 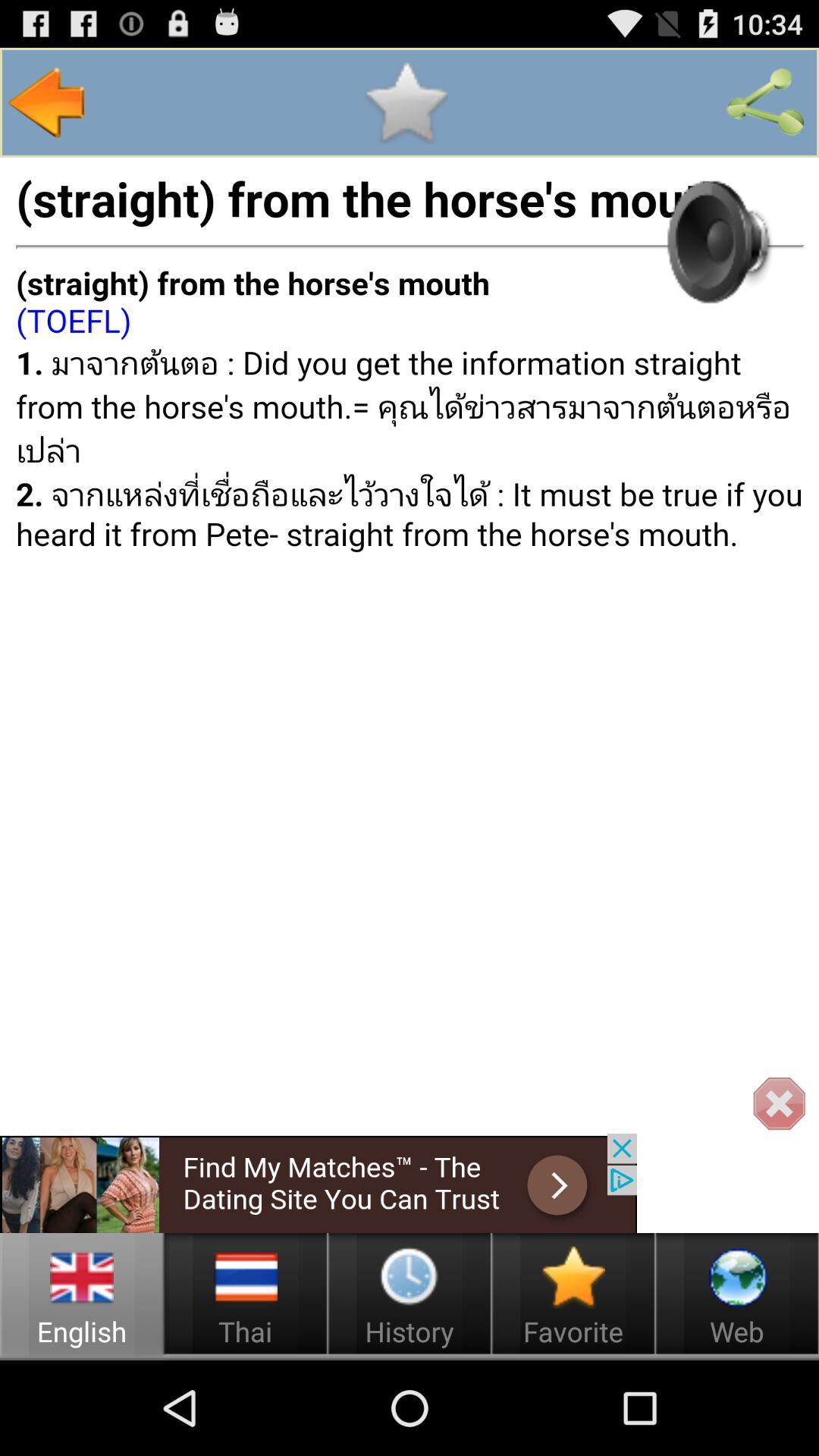 I want to click on switch on the bookmark, so click(x=405, y=102).